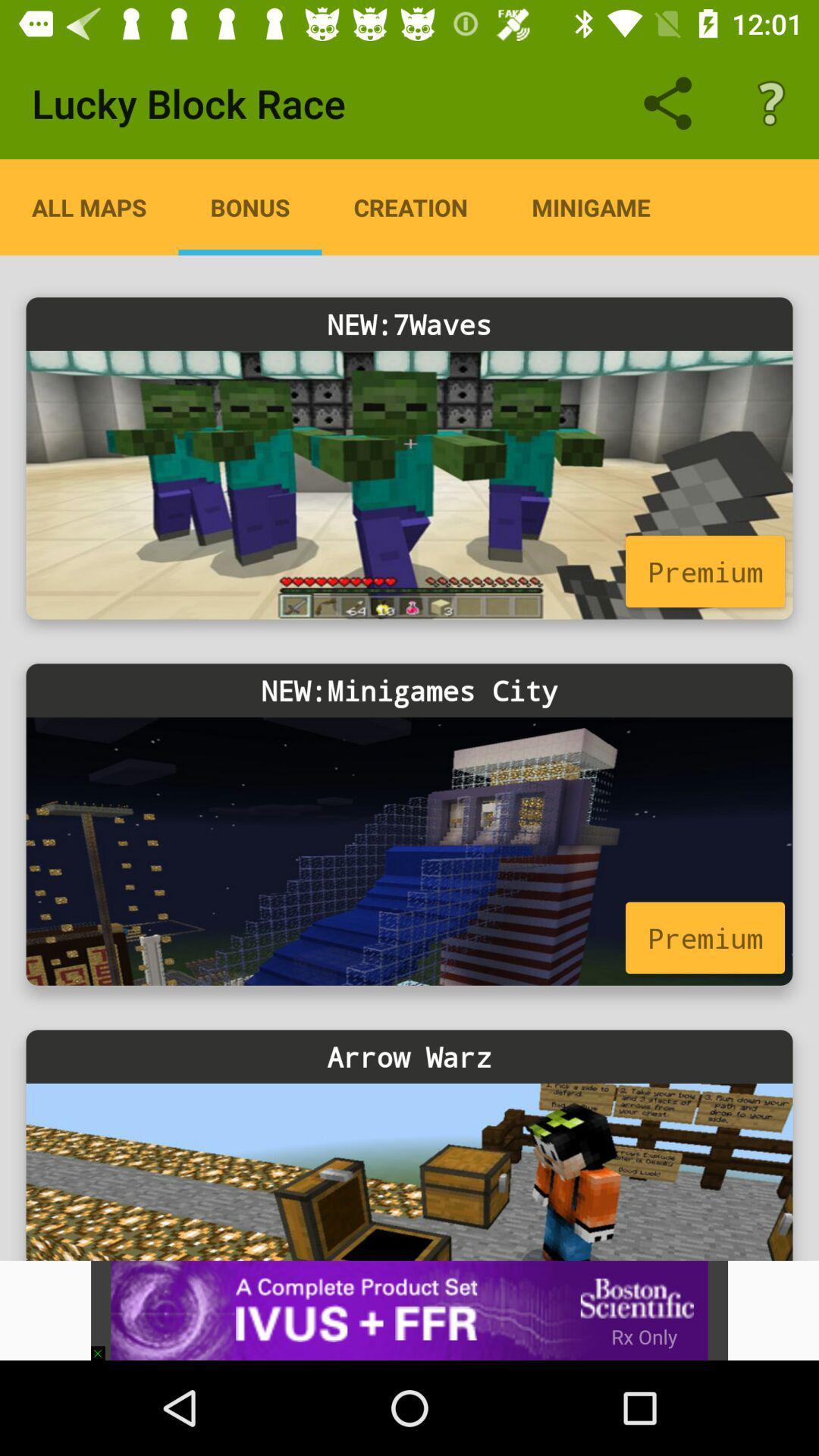 This screenshot has height=1456, width=819. Describe the element at coordinates (409, 484) in the screenshot. I see `opens the video selection pictured` at that location.